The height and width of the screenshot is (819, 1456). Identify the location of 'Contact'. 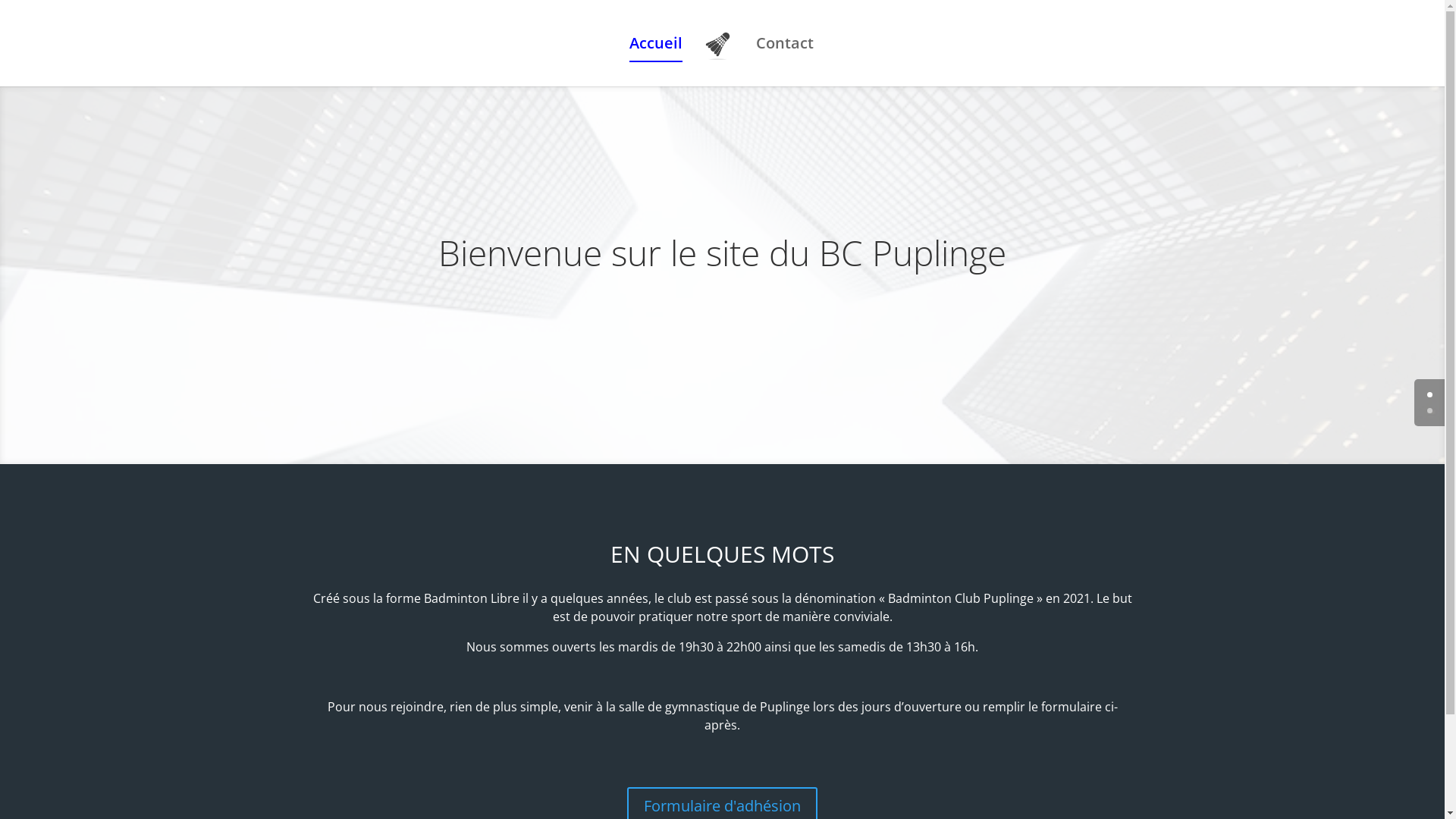
(785, 61).